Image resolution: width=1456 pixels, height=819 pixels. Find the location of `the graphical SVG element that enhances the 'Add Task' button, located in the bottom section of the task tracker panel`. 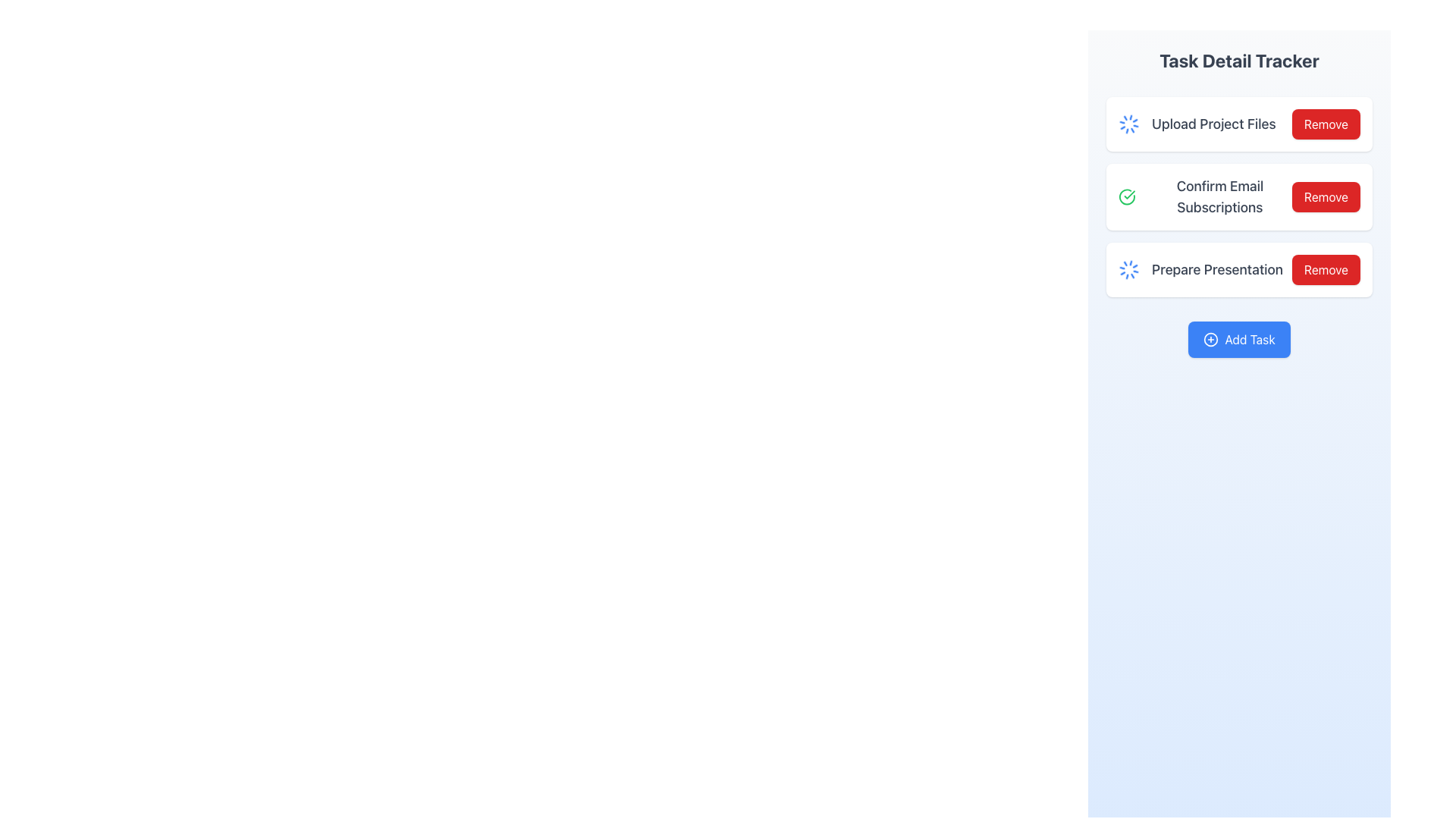

the graphical SVG element that enhances the 'Add Task' button, located in the bottom section of the task tracker panel is located at coordinates (1210, 338).